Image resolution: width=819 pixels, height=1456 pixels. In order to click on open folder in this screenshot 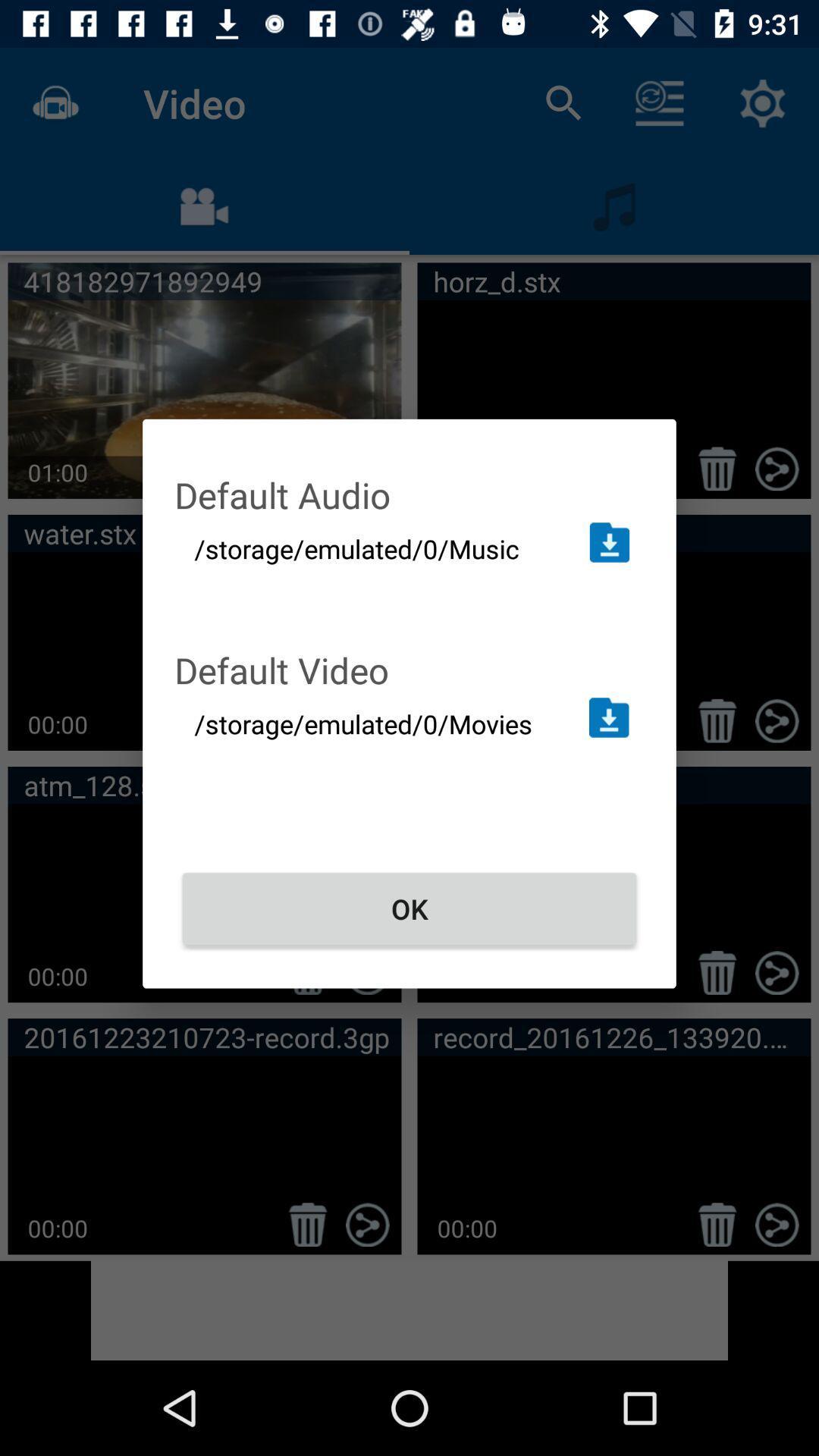, I will do `click(608, 542)`.